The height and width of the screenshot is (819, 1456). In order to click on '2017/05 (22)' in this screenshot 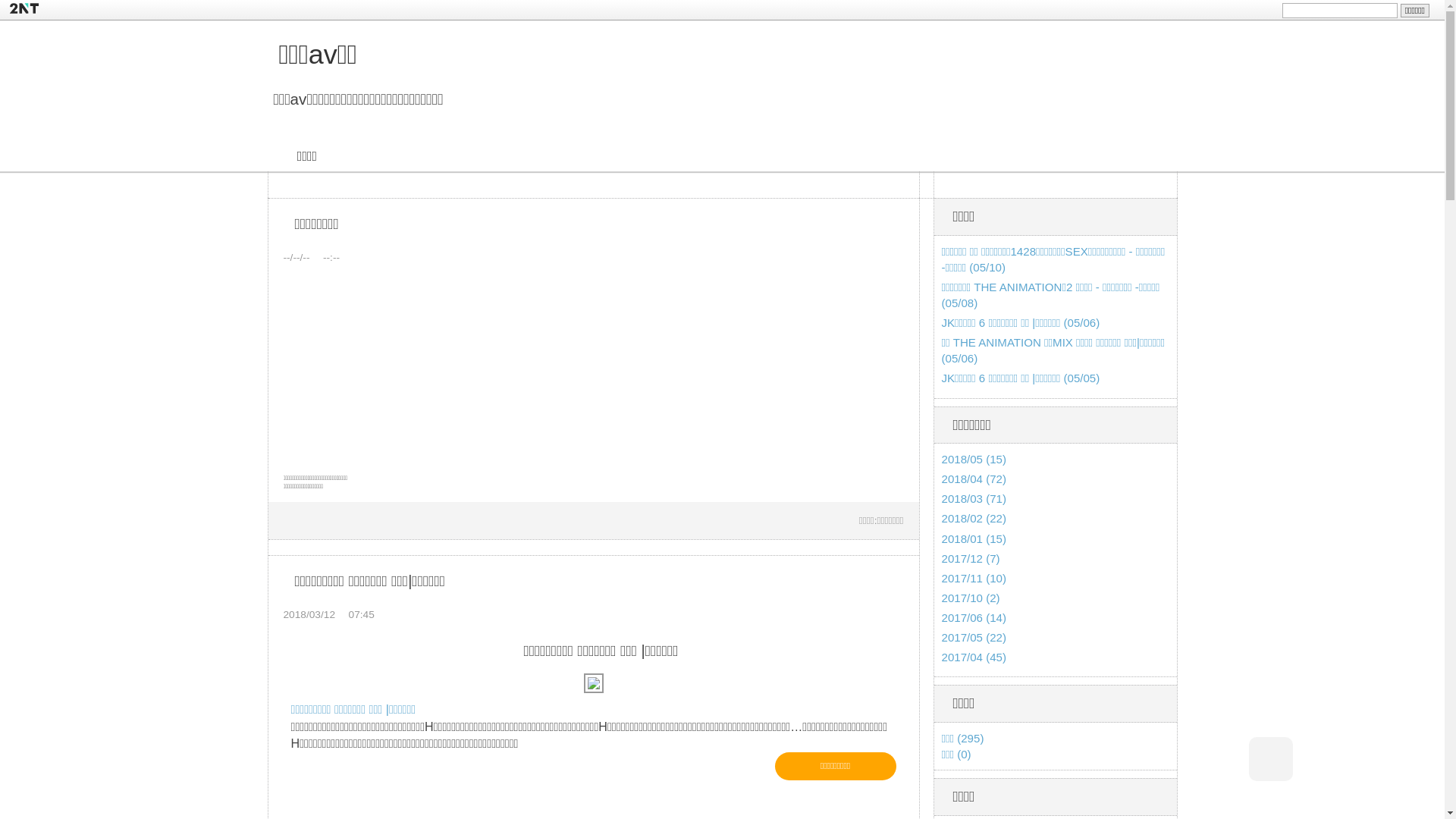, I will do `click(974, 637)`.